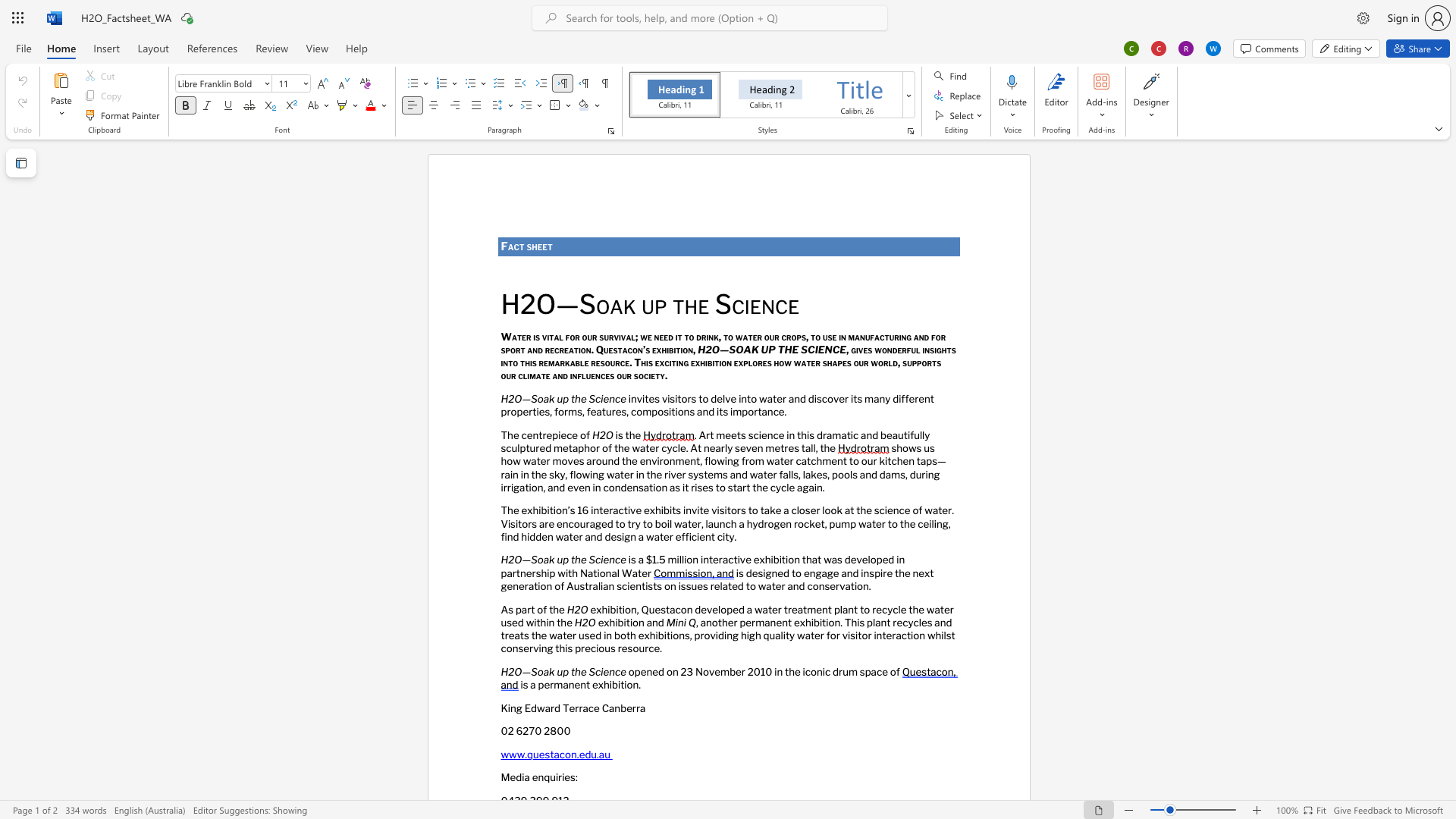  Describe the element at coordinates (570, 375) in the screenshot. I see `the 1th character "i" in the text` at that location.